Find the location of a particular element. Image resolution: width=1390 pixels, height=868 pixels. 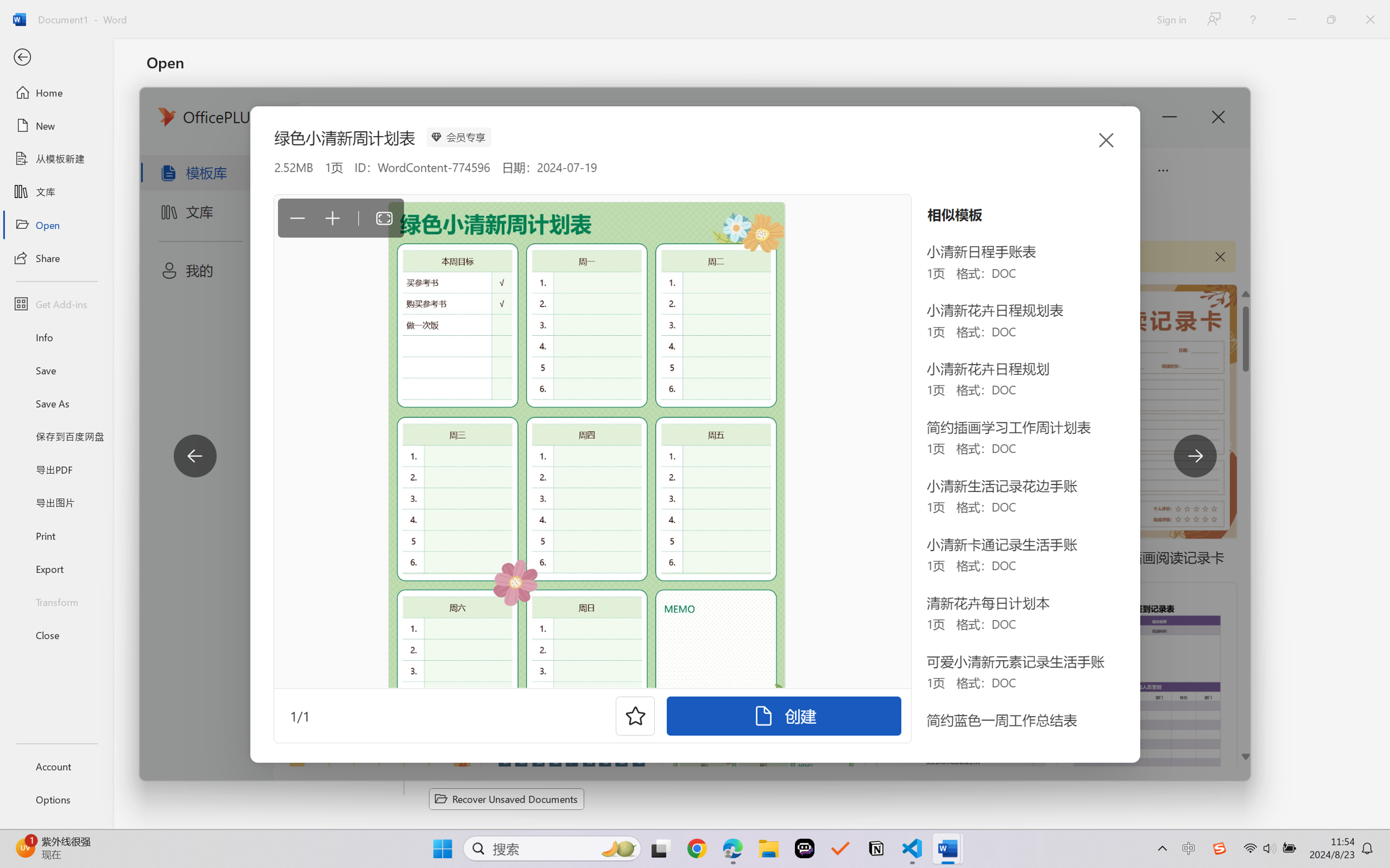

'Info' is located at coordinates (56, 336).